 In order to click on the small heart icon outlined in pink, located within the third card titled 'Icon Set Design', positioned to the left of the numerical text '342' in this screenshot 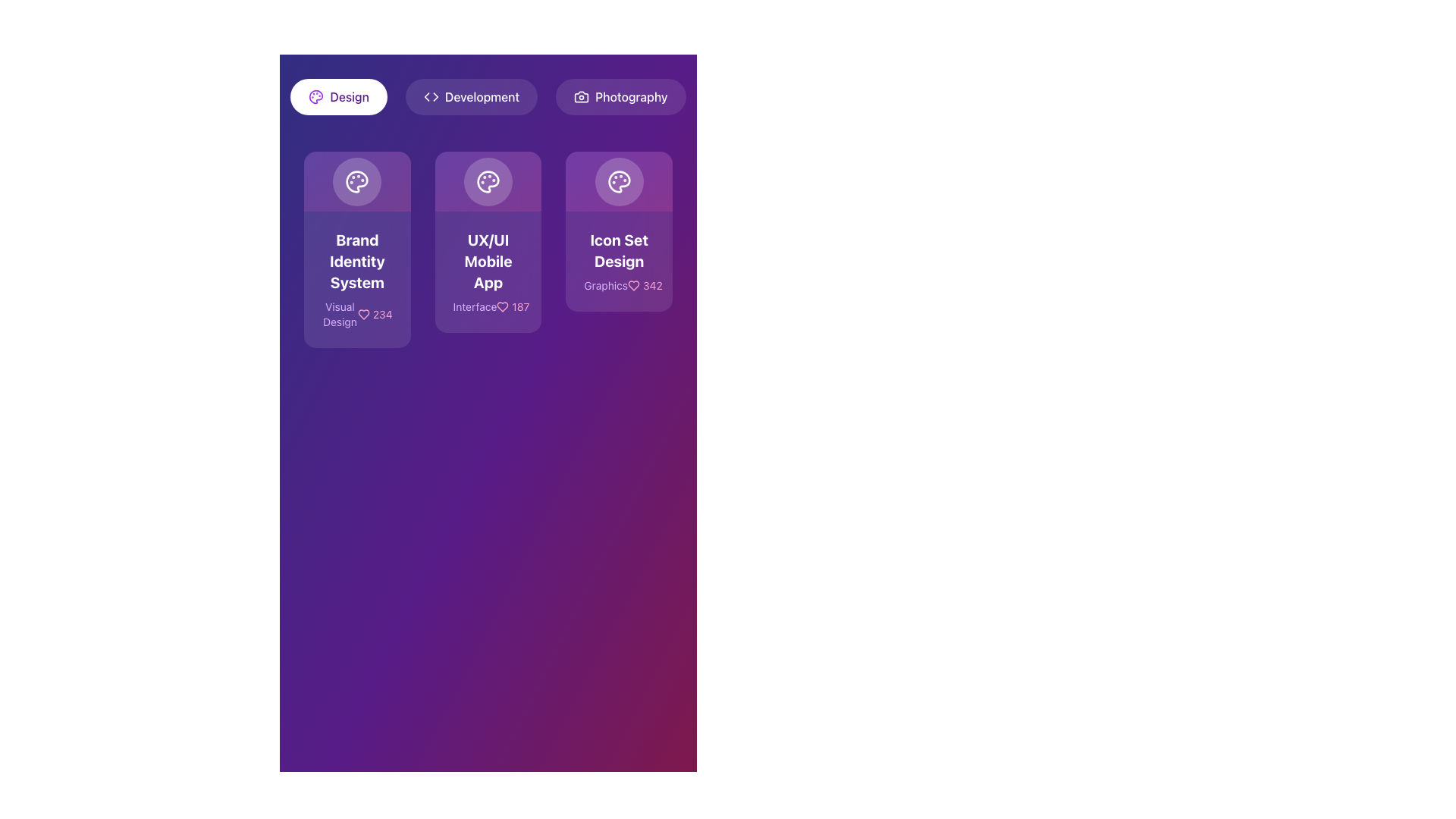, I will do `click(633, 286)`.